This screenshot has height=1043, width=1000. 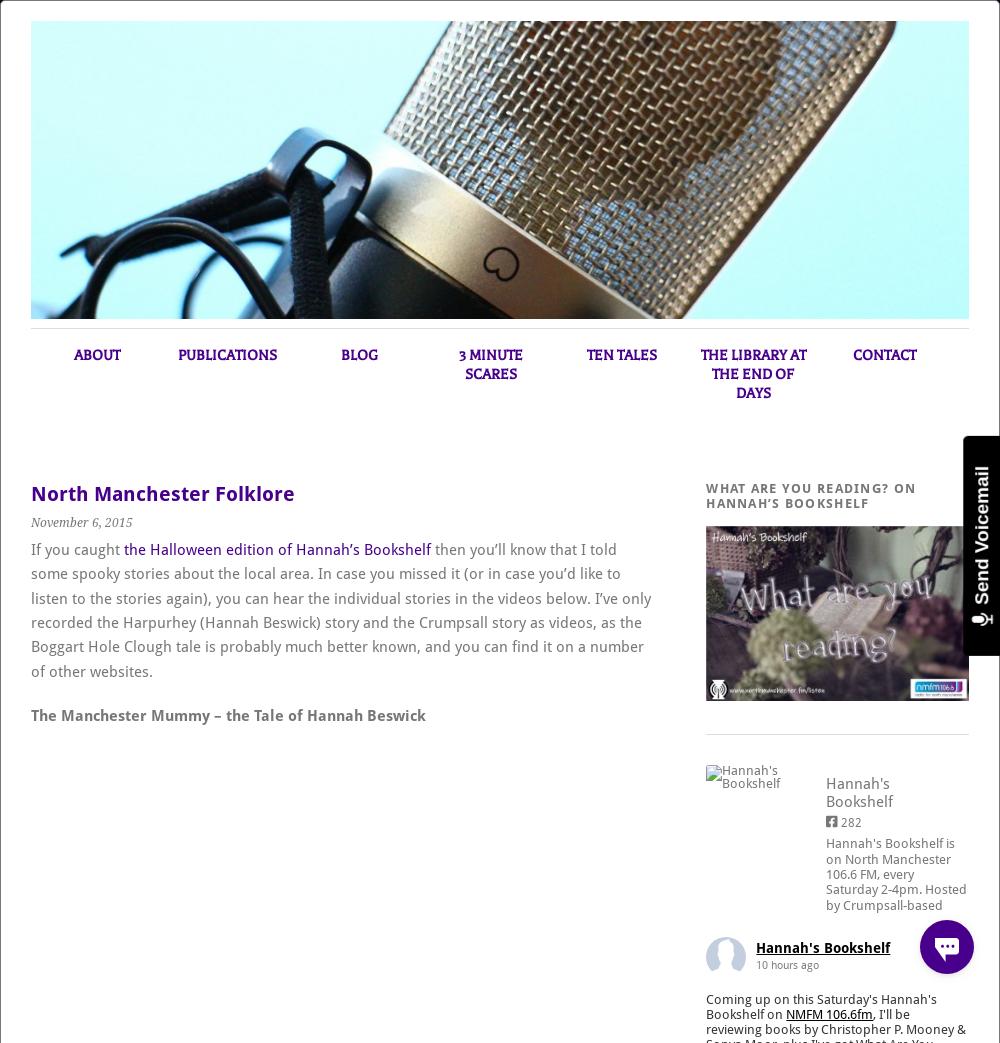 What do you see at coordinates (226, 353) in the screenshot?
I see `'Publications'` at bounding box center [226, 353].